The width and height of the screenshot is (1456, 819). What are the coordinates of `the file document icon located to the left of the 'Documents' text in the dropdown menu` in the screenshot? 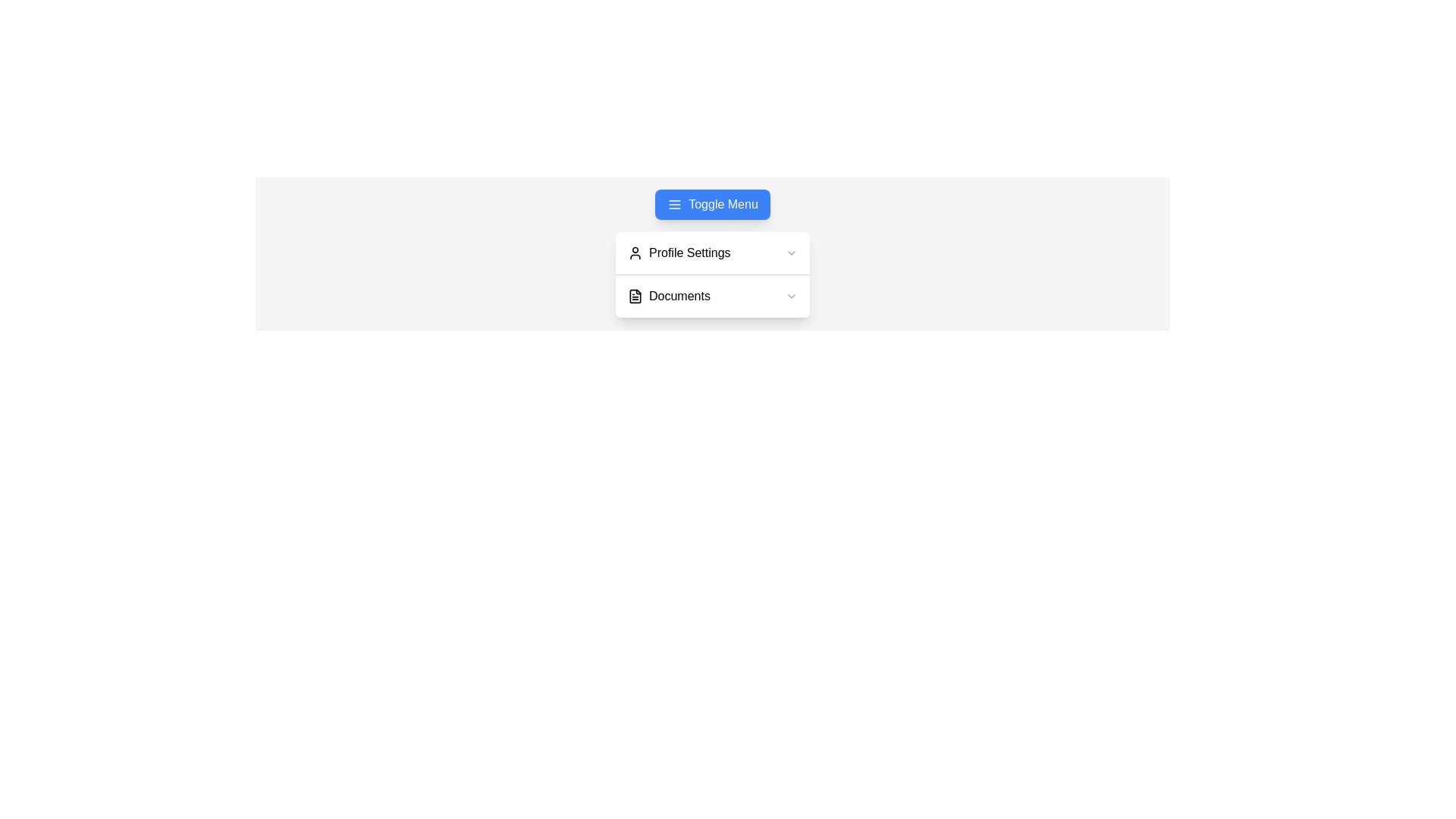 It's located at (635, 296).